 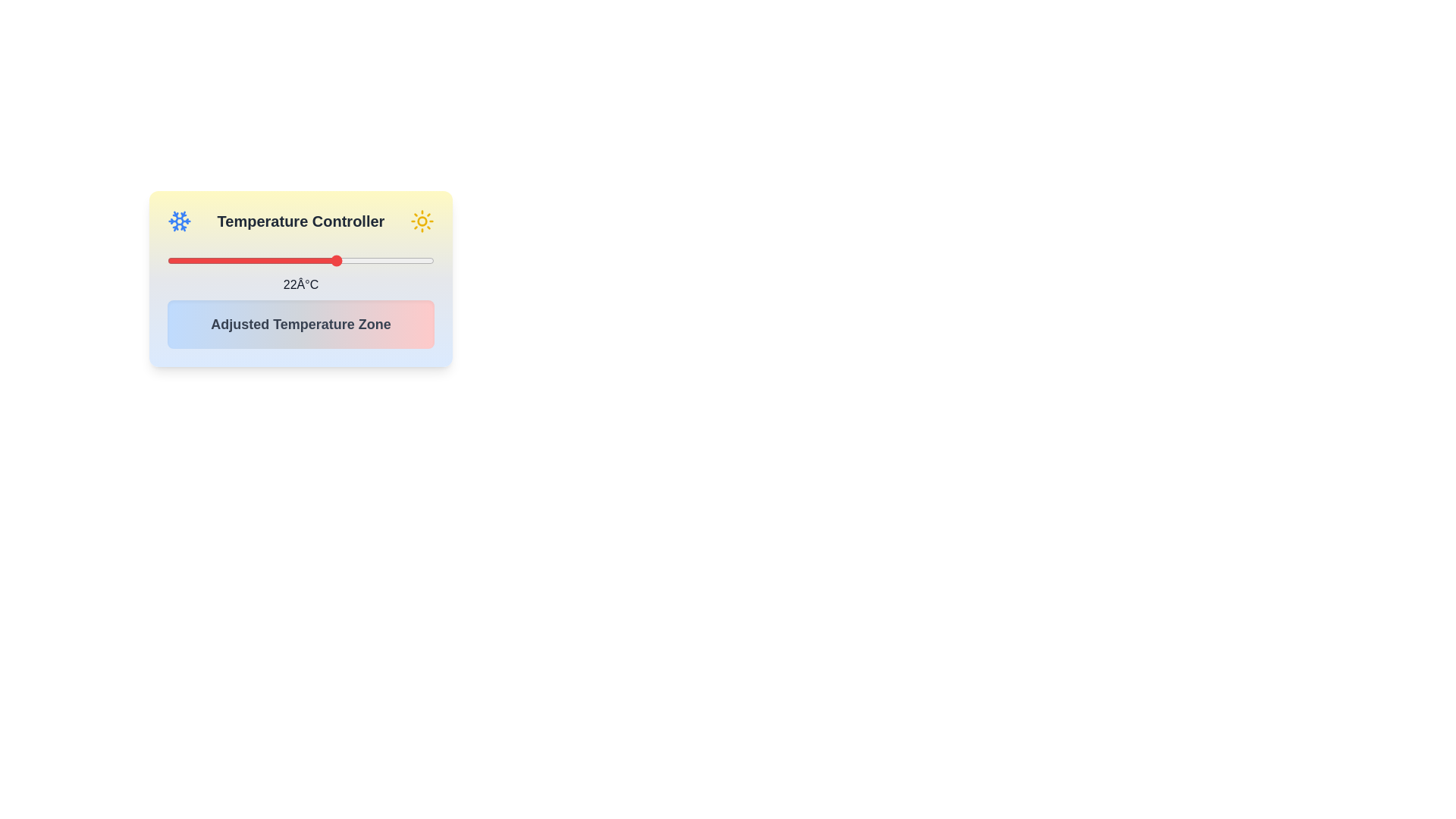 I want to click on the text label with the bold 'Adjusted Temperature Zone' centered within a gradient background transitioning from blue to gray to red, located beneath the numerical temperature display and slider bar in the temperature control section, so click(x=301, y=324).